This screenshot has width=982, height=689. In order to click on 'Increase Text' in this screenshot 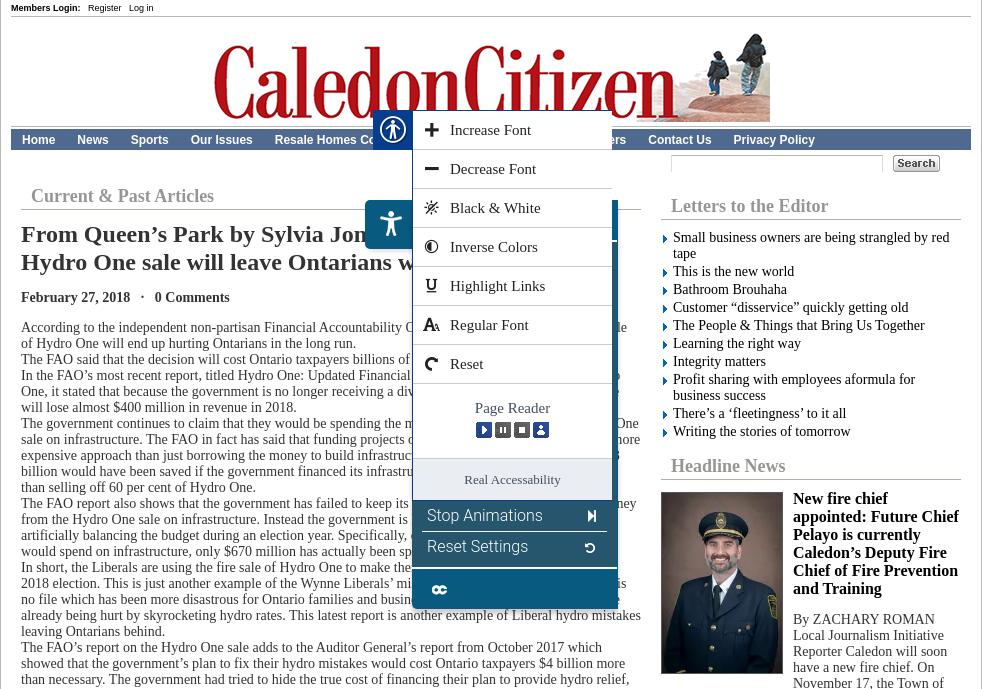, I will do `click(473, 261)`.